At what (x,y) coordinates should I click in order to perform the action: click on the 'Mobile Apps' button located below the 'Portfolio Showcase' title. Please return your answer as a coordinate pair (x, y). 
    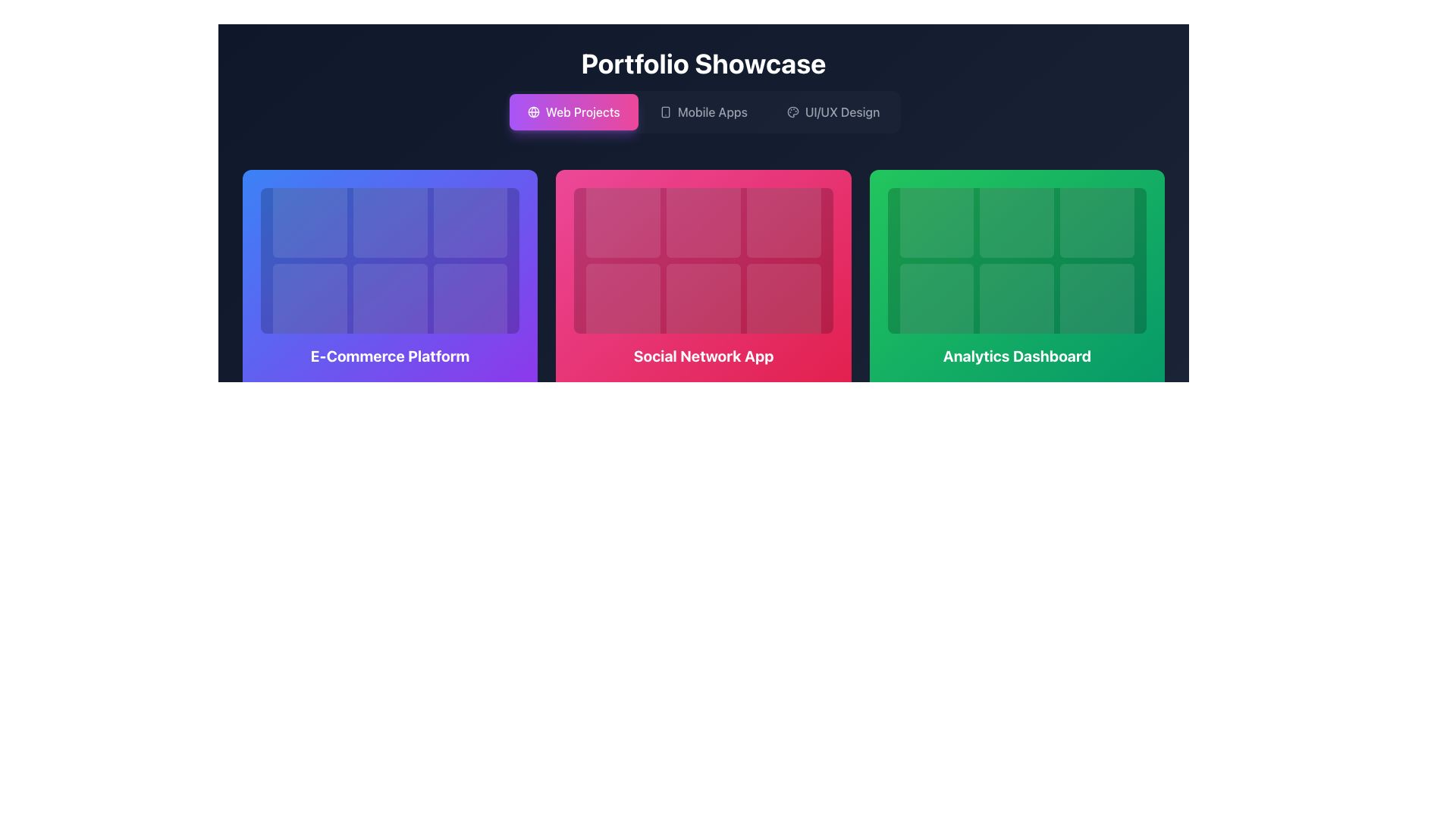
    Looking at the image, I should click on (702, 111).